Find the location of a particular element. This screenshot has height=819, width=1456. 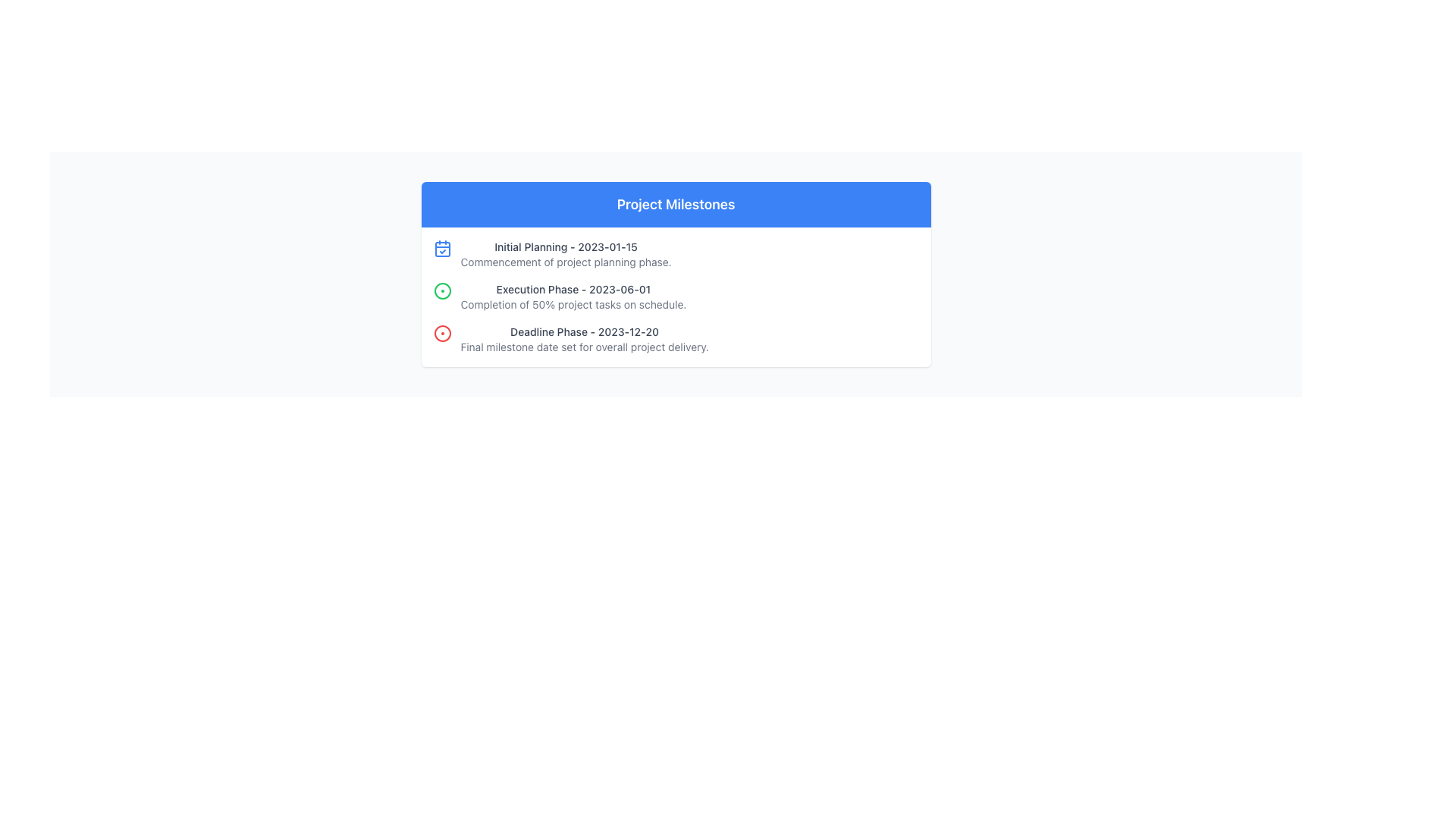

the text label displaying 'Commencement of project planning phase.' which is located below the title 'Initial Planning - 2023-01-15' in the 'Project Milestones' section is located at coordinates (565, 262).